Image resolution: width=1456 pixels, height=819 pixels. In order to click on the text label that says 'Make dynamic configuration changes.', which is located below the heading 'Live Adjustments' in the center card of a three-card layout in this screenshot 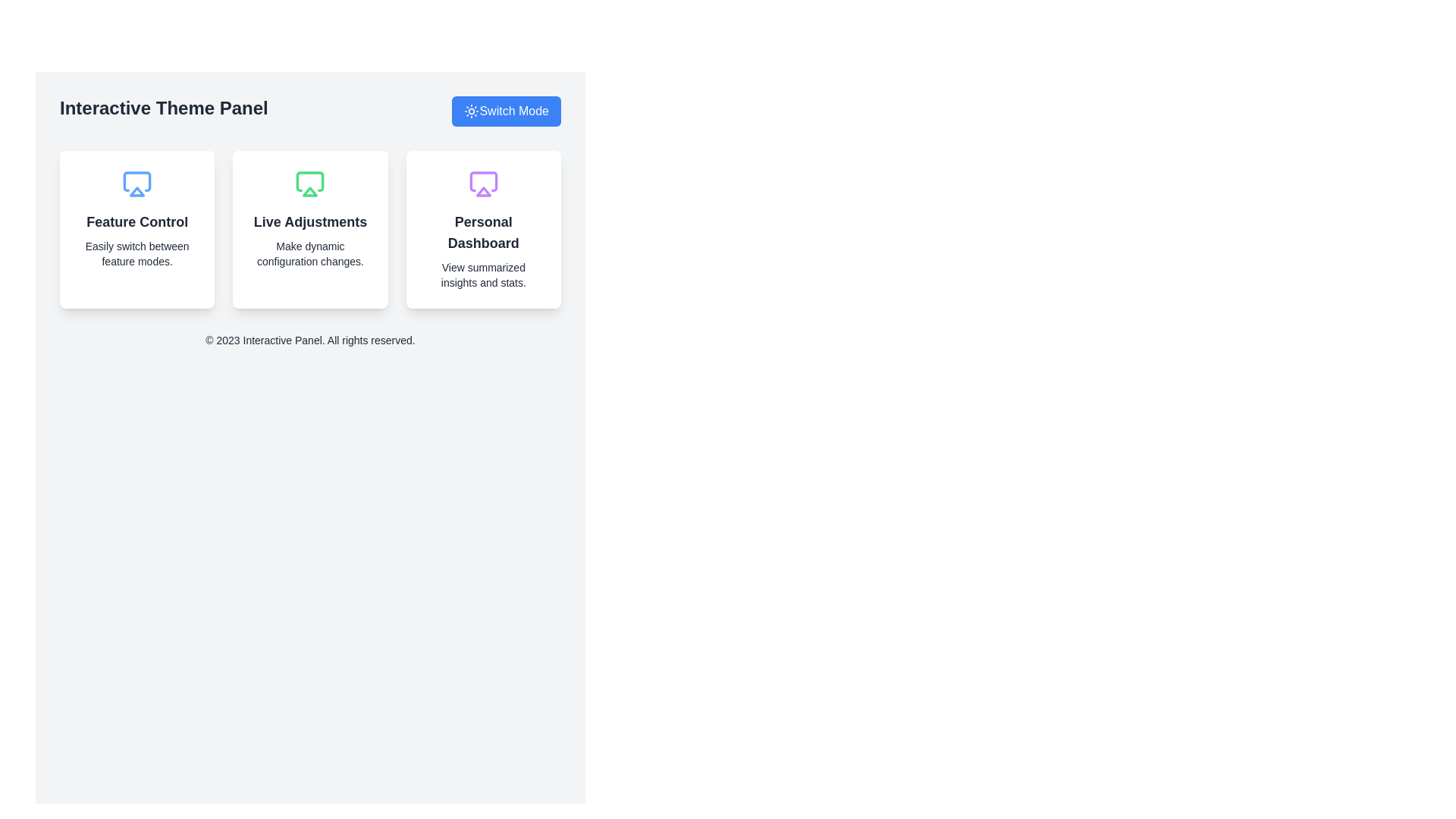, I will do `click(309, 253)`.